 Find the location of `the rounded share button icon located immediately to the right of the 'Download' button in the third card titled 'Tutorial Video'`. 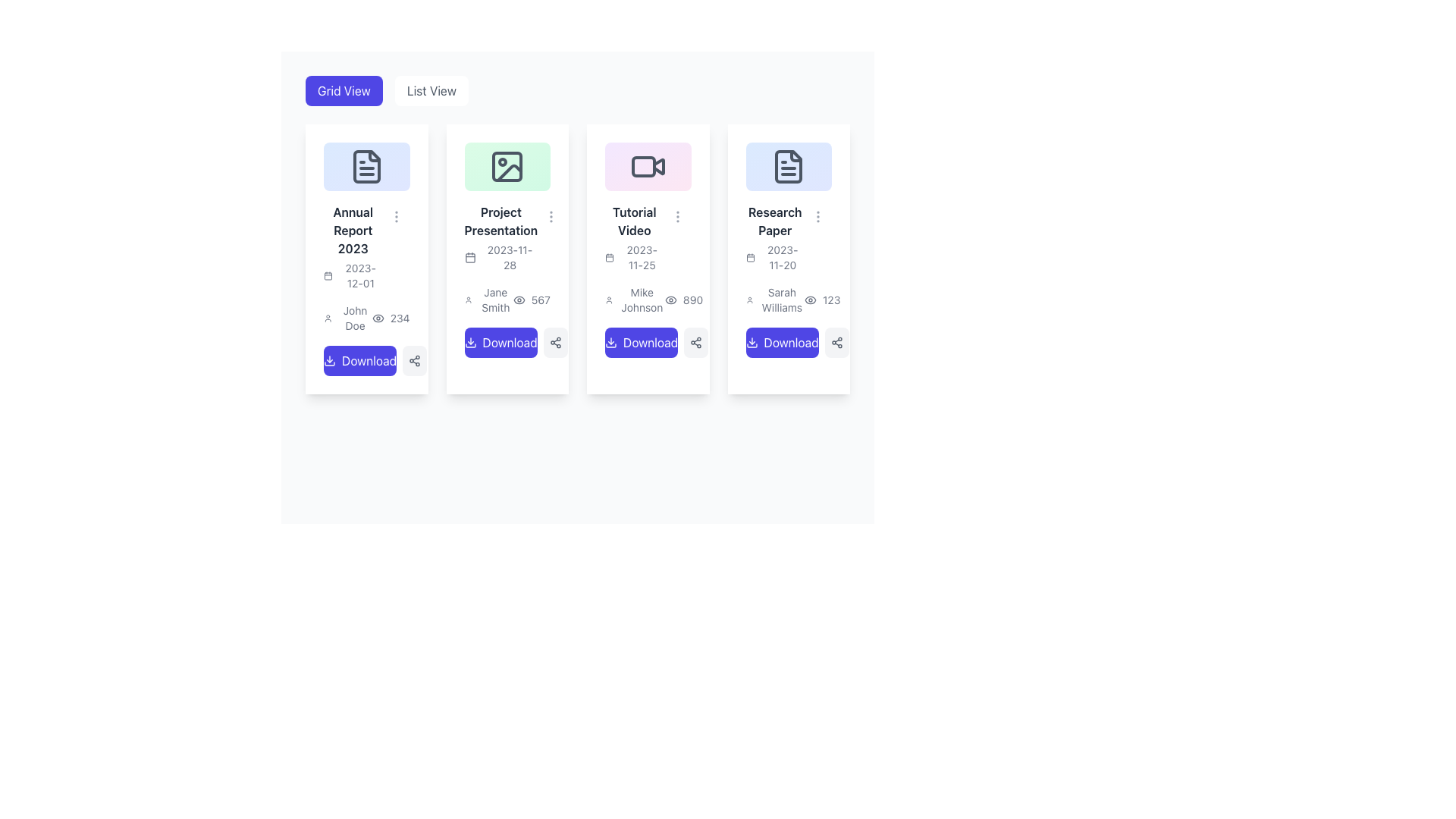

the rounded share button icon located immediately to the right of the 'Download' button in the third card titled 'Tutorial Video' is located at coordinates (695, 342).